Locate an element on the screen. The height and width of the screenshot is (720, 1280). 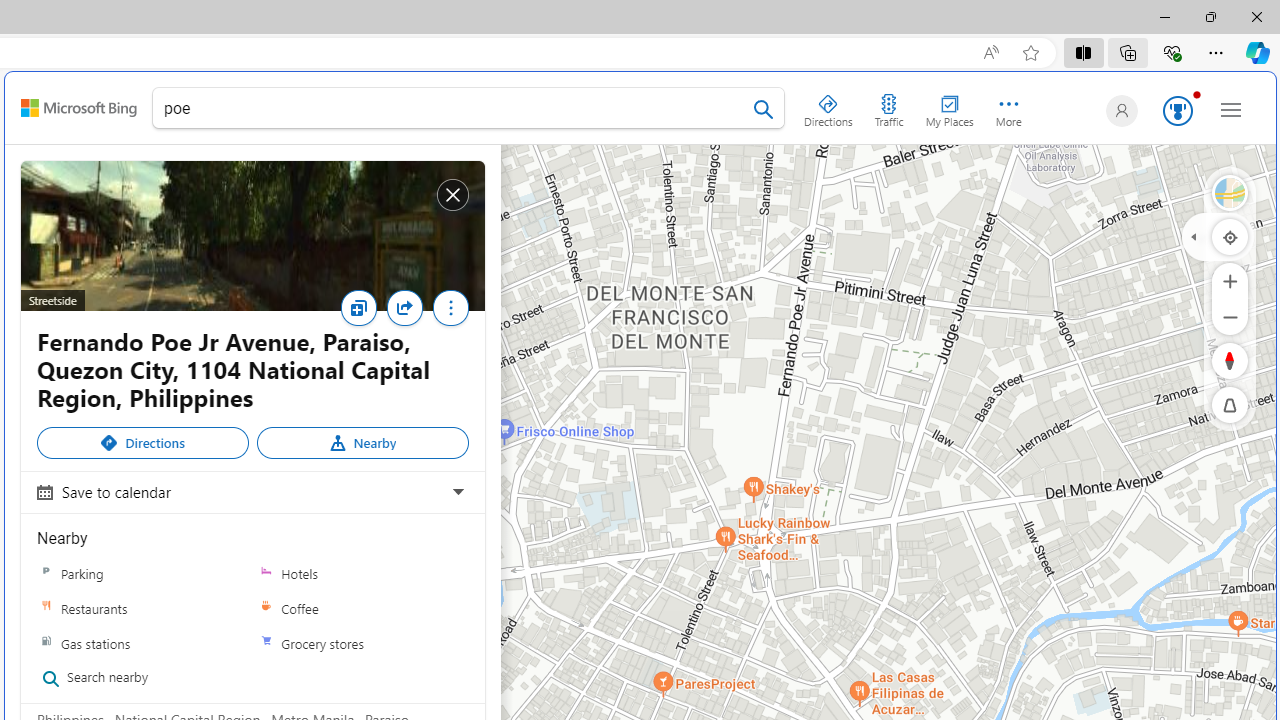
'Traffic' is located at coordinates (887, 106).